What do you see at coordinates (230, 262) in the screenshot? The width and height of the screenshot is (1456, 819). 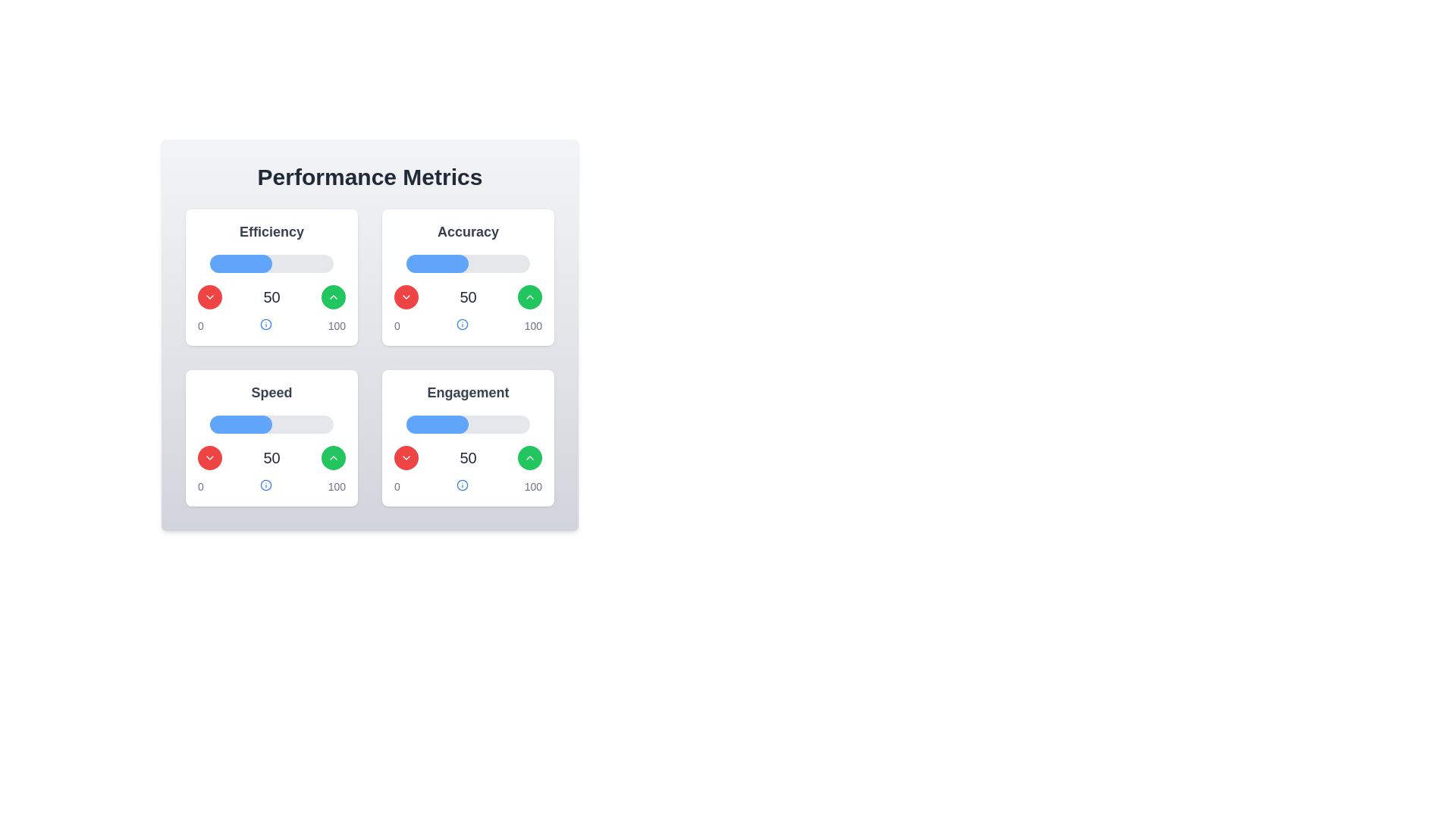 I see `the efficiency value` at bounding box center [230, 262].